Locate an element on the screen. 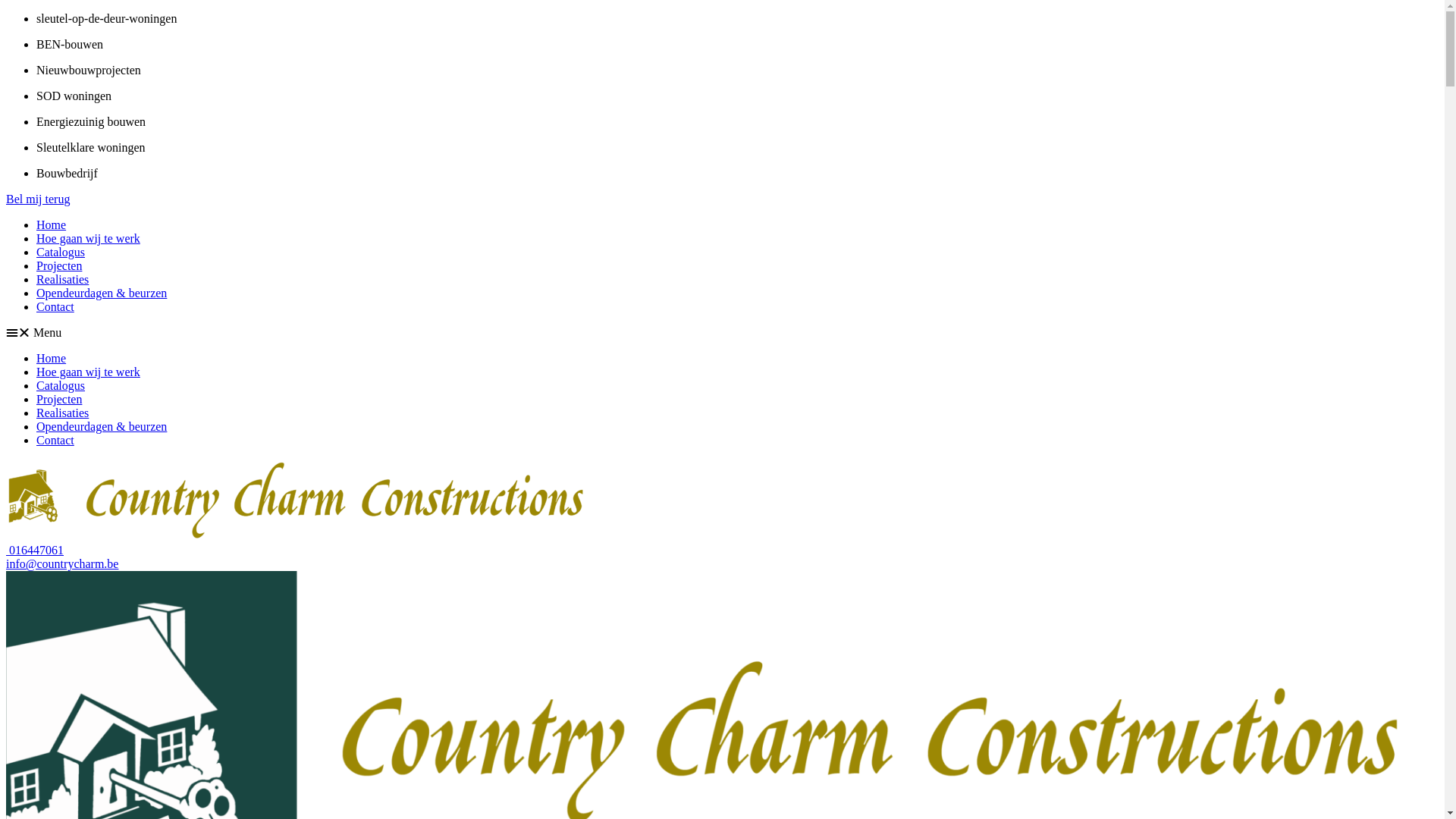  'Opendeurdagen & beurzen' is located at coordinates (101, 293).